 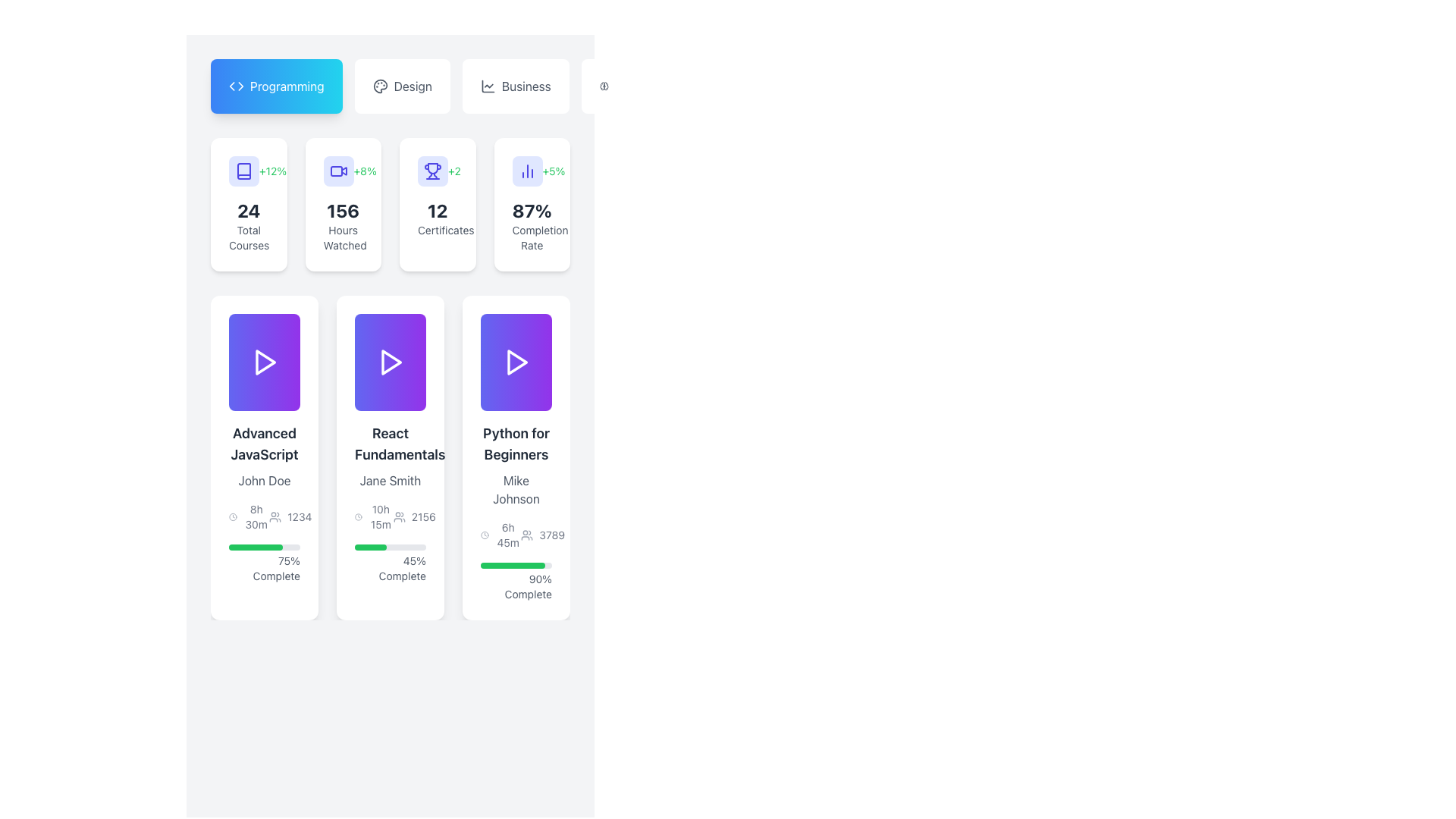 What do you see at coordinates (265, 362) in the screenshot?
I see `the triangular 'play' icon with a white outline located in the center of the first card under the 'Programming' tab, above the text 'Advanced JavaScript' to possibly play related content` at bounding box center [265, 362].